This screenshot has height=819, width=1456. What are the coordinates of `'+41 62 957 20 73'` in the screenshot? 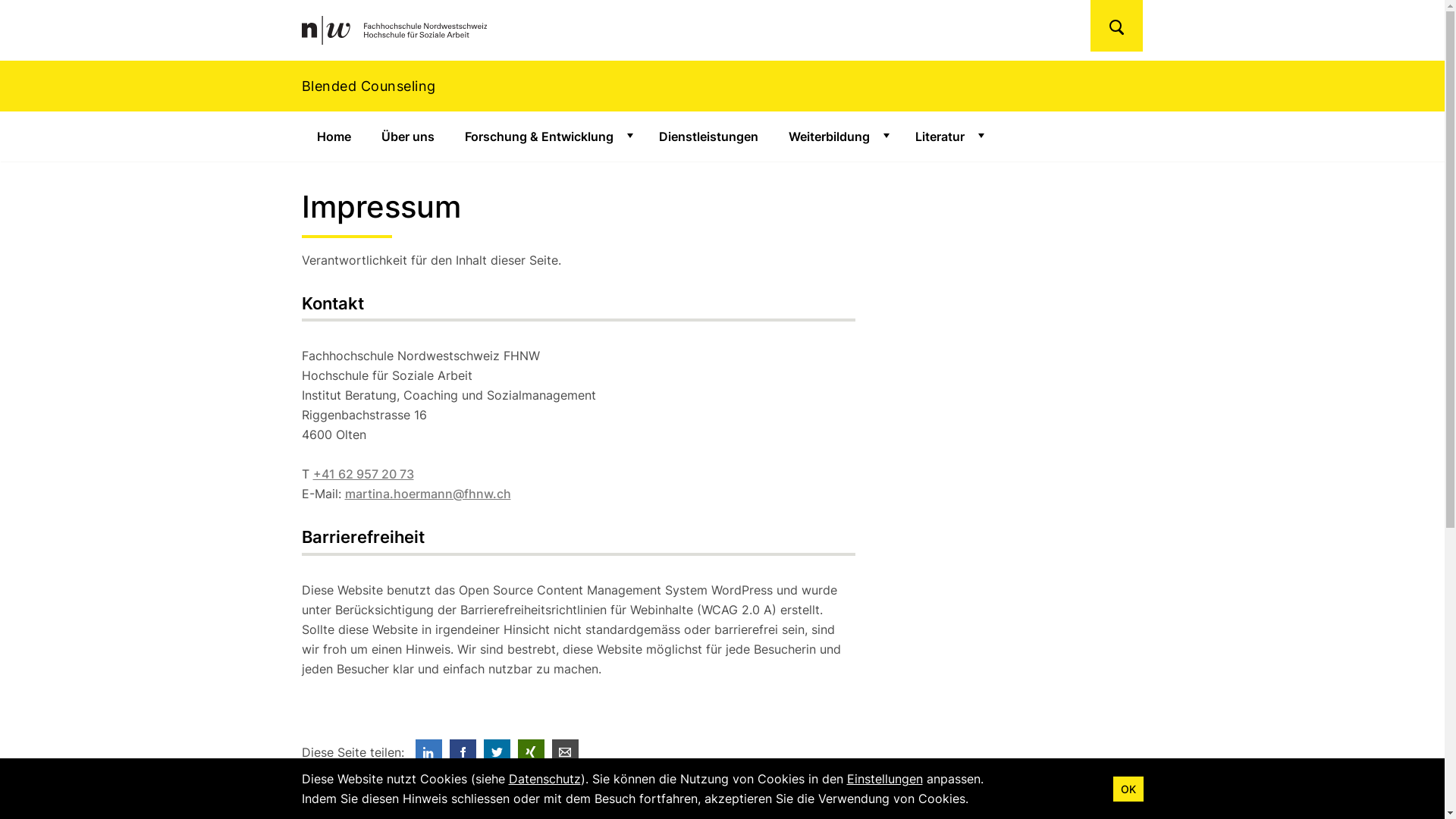 It's located at (362, 472).